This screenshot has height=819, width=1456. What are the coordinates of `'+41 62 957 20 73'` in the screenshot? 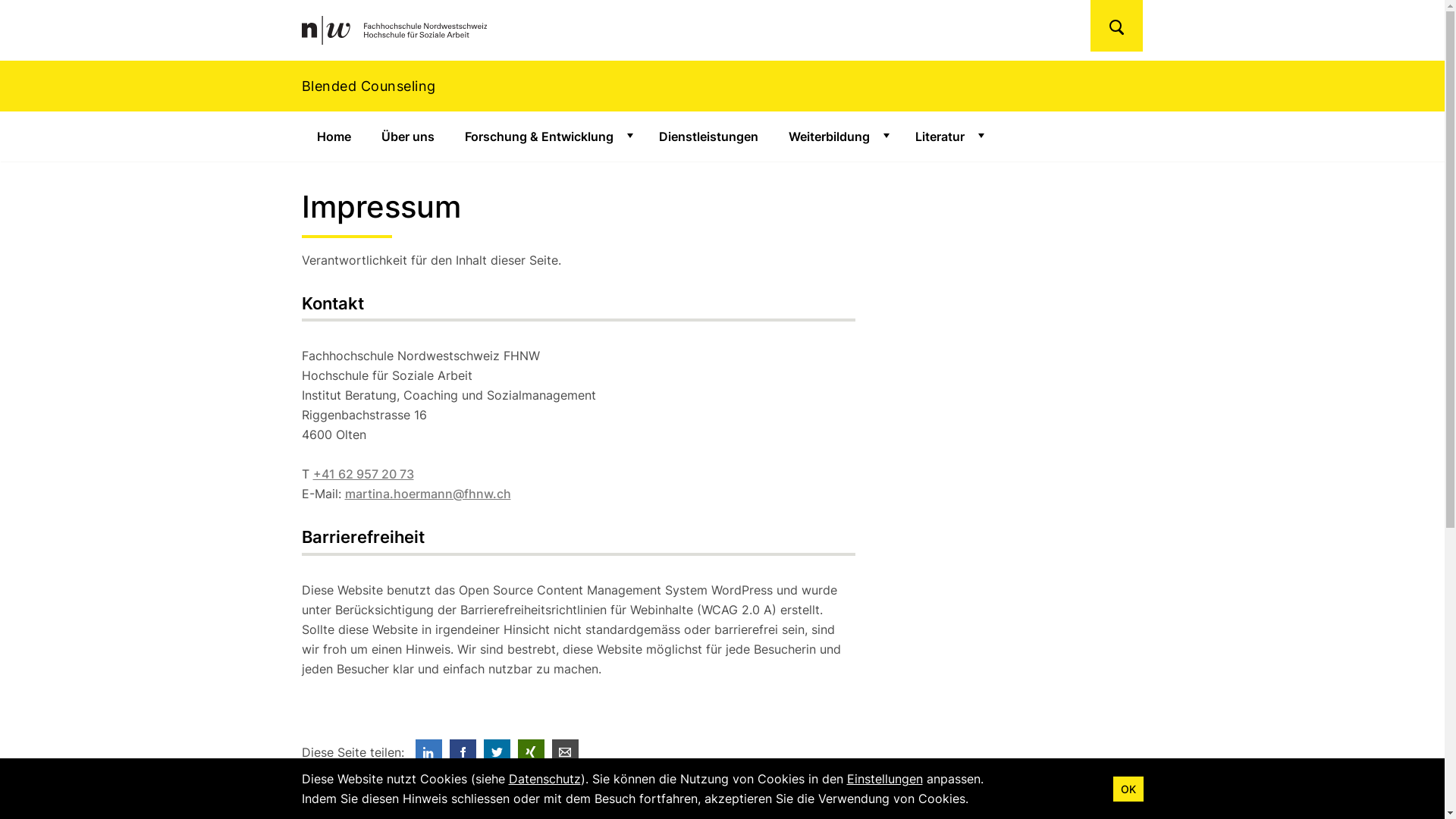 It's located at (362, 472).